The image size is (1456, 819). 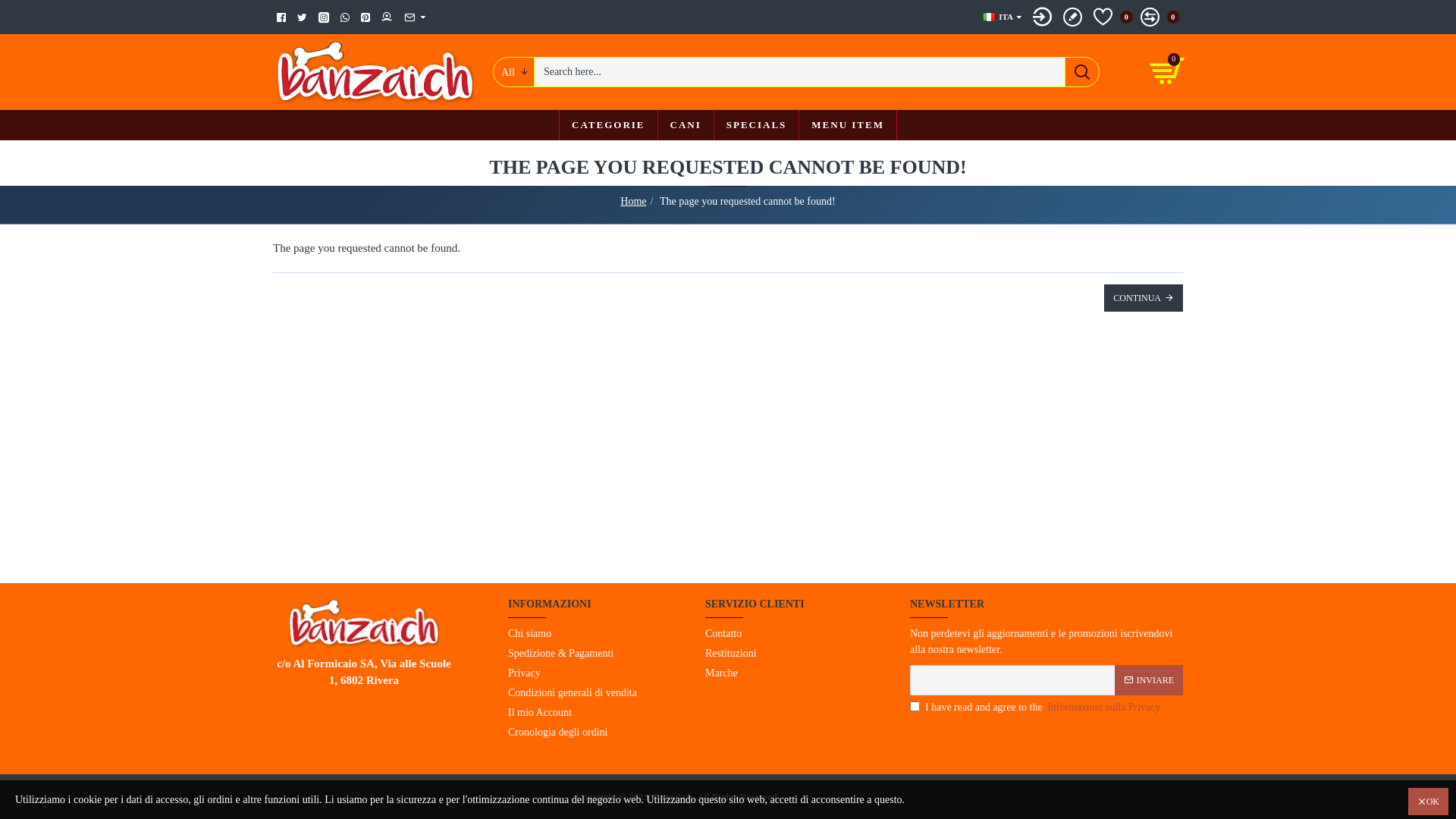 What do you see at coordinates (608, 124) in the screenshot?
I see `'CATEGORIE'` at bounding box center [608, 124].